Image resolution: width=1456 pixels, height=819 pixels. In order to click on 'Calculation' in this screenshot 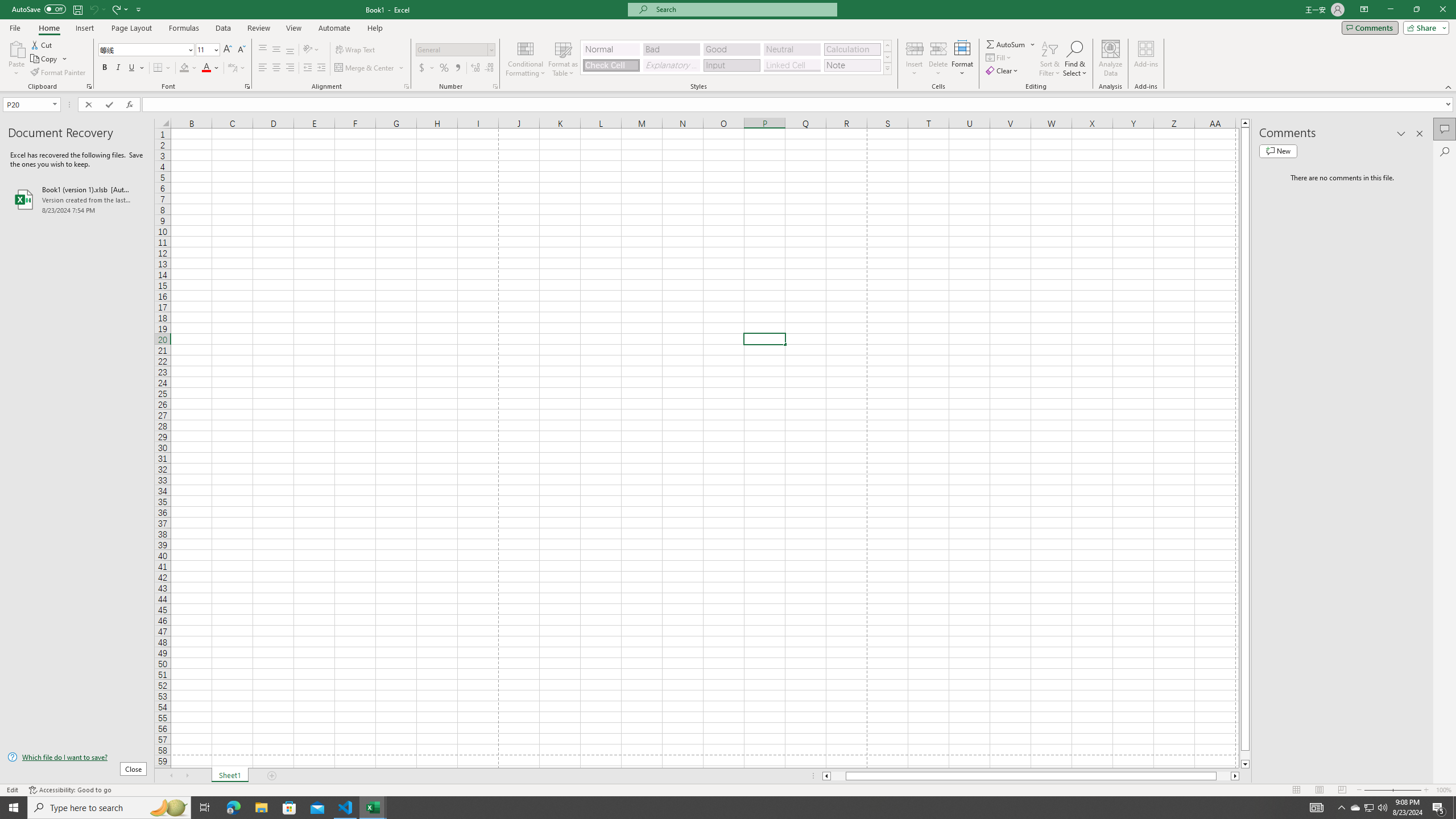, I will do `click(851, 49)`.